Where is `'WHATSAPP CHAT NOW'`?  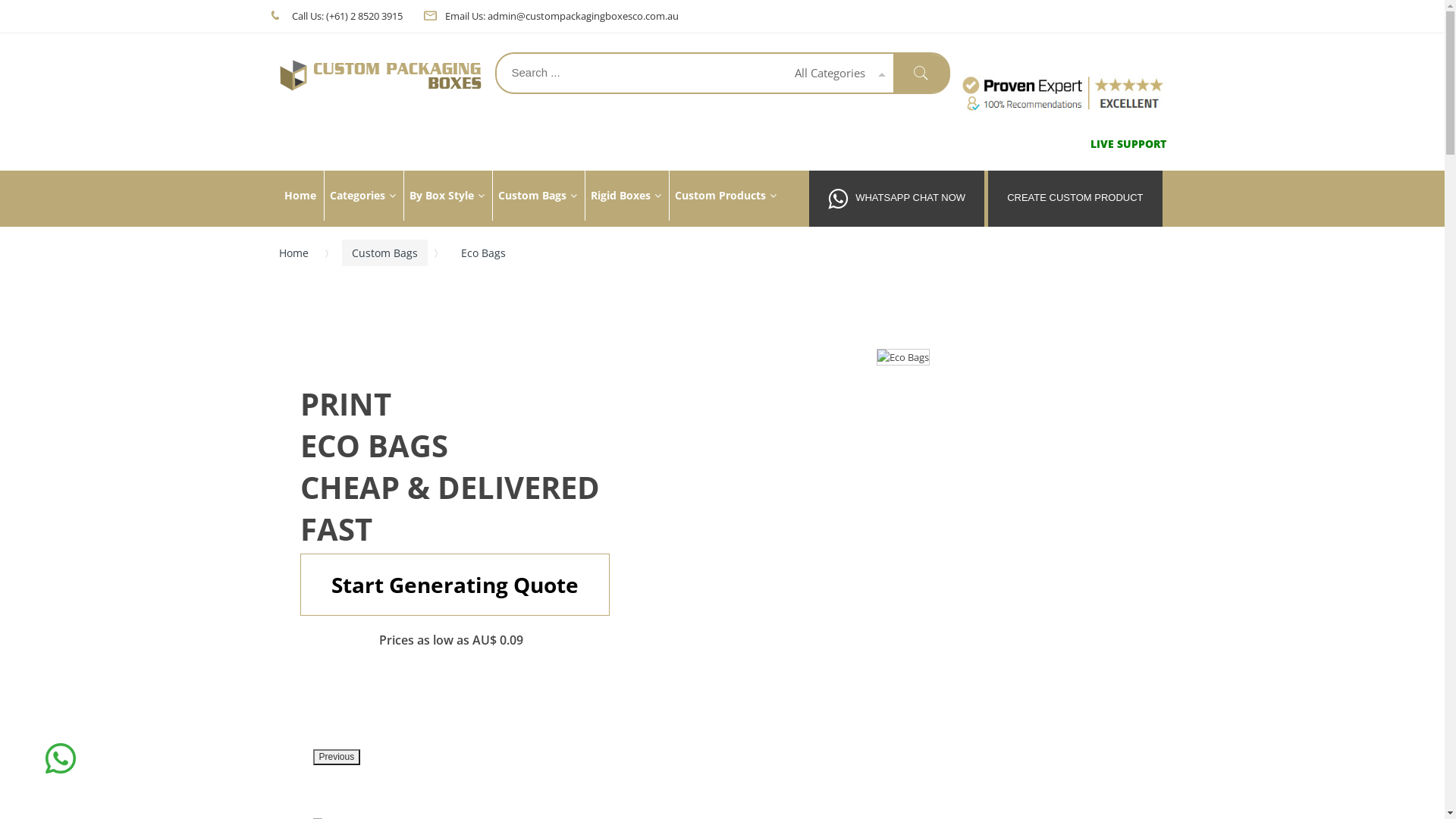 'WHATSAPP CHAT NOW' is located at coordinates (896, 198).